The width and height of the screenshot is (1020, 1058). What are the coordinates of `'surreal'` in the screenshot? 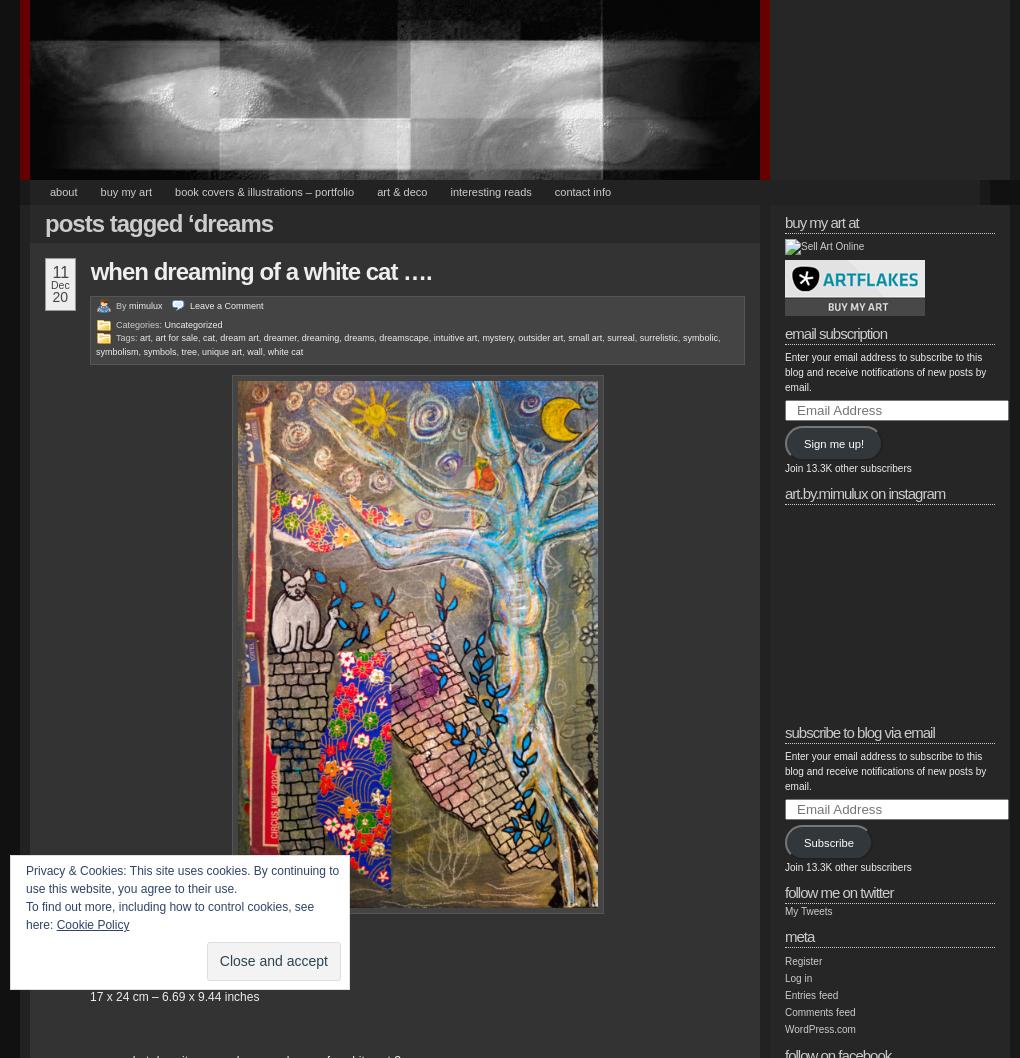 It's located at (619, 337).